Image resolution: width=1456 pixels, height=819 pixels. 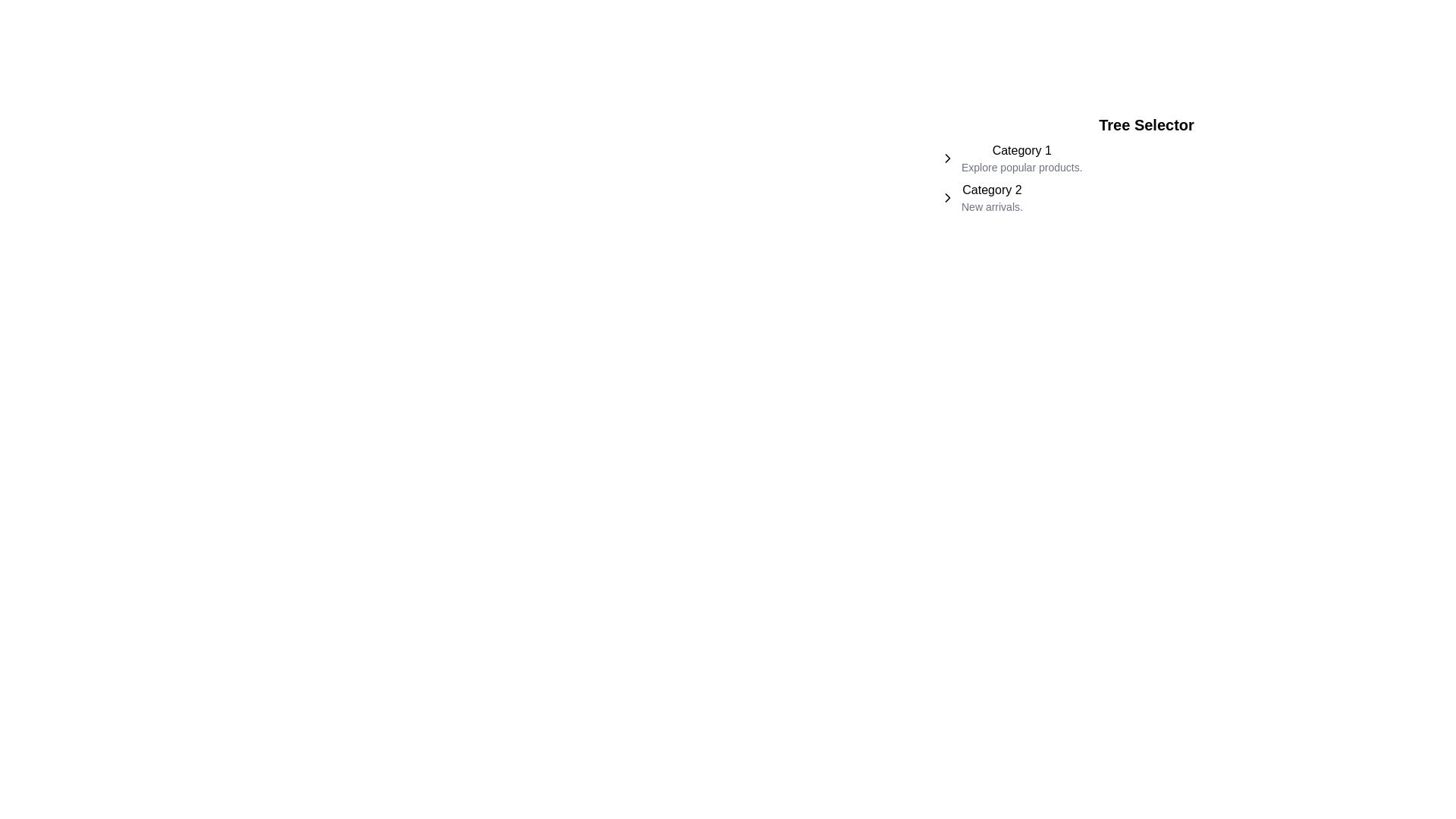 I want to click on the text label displaying 'New arrivals.' located beneath the 'Category 2' heading, so click(x=992, y=207).